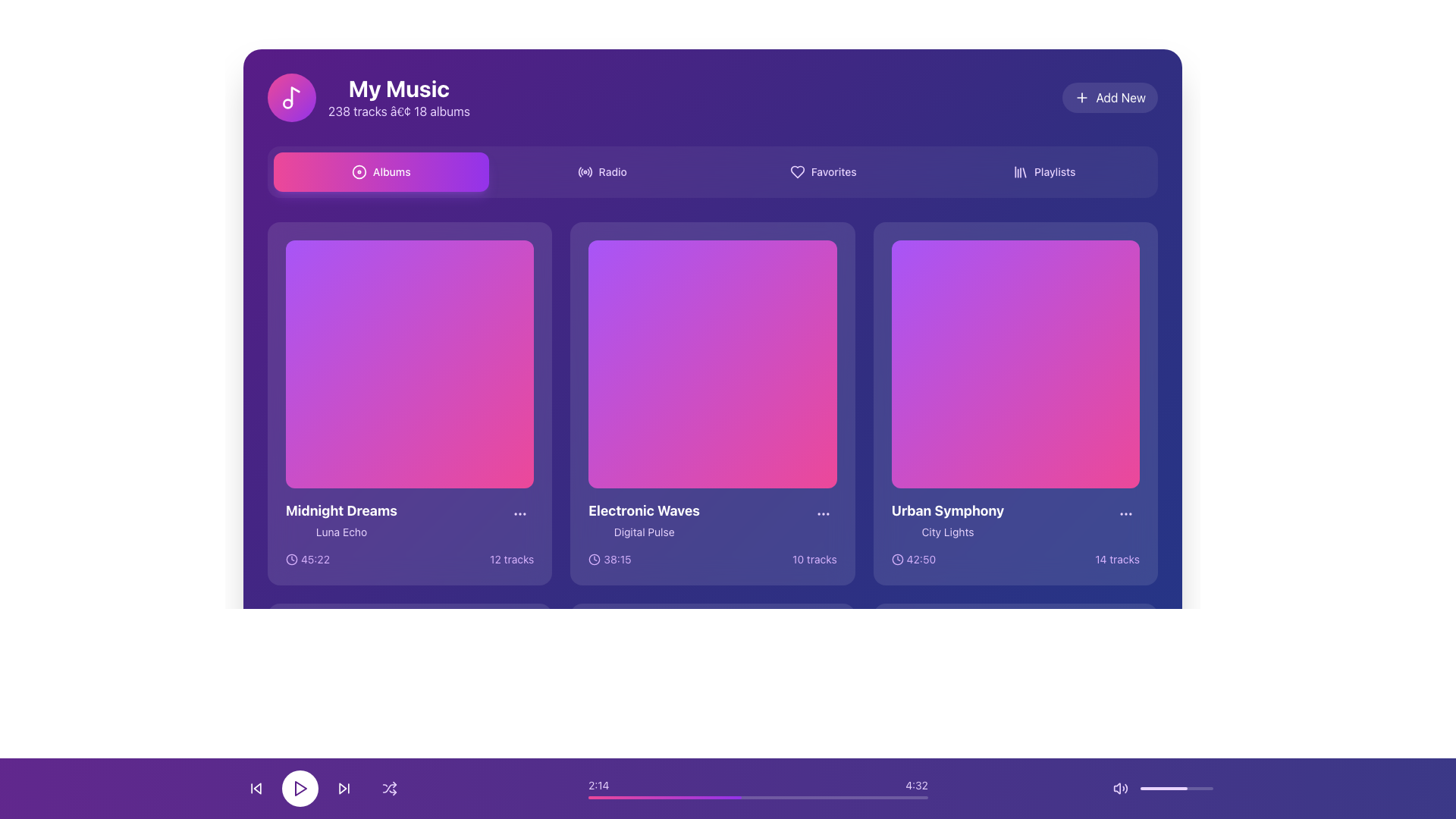  What do you see at coordinates (822, 513) in the screenshot?
I see `the menu trigger icon located at the bottom right corner of the third card in the album grid` at bounding box center [822, 513].